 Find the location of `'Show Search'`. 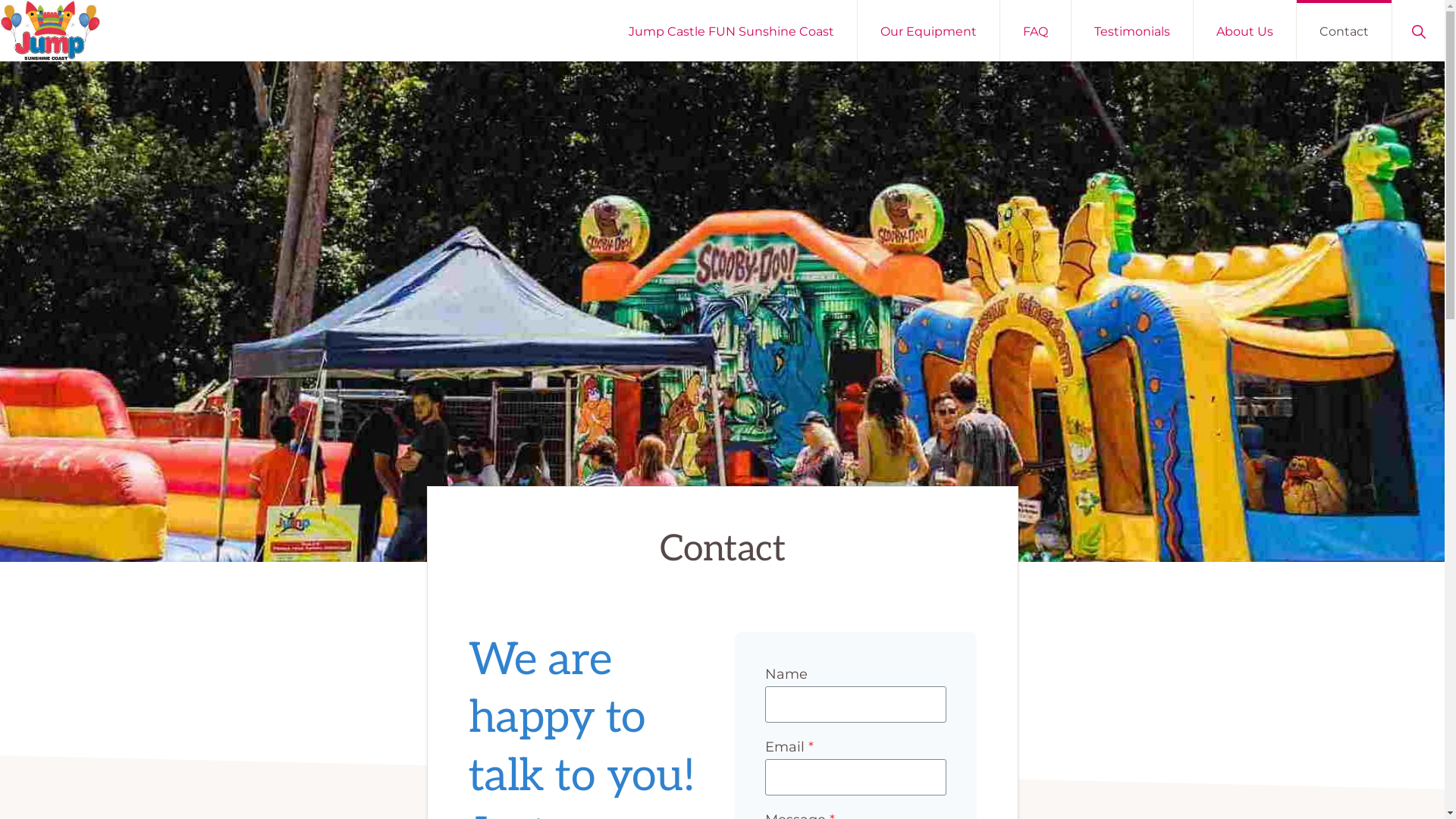

'Show Search' is located at coordinates (1417, 30).